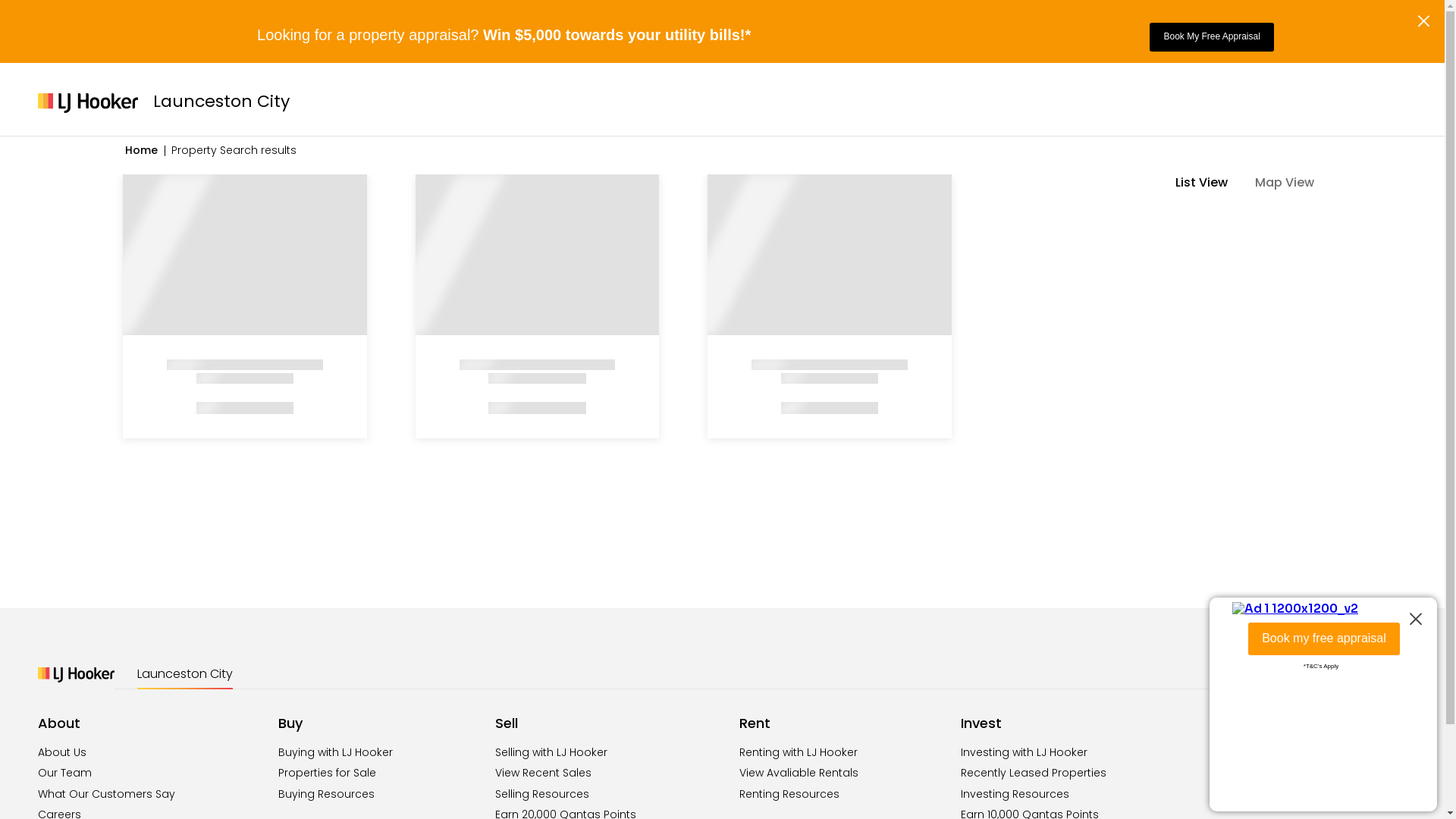 This screenshot has height=819, width=1456. What do you see at coordinates (105, 792) in the screenshot?
I see `'What Our Customers Say'` at bounding box center [105, 792].